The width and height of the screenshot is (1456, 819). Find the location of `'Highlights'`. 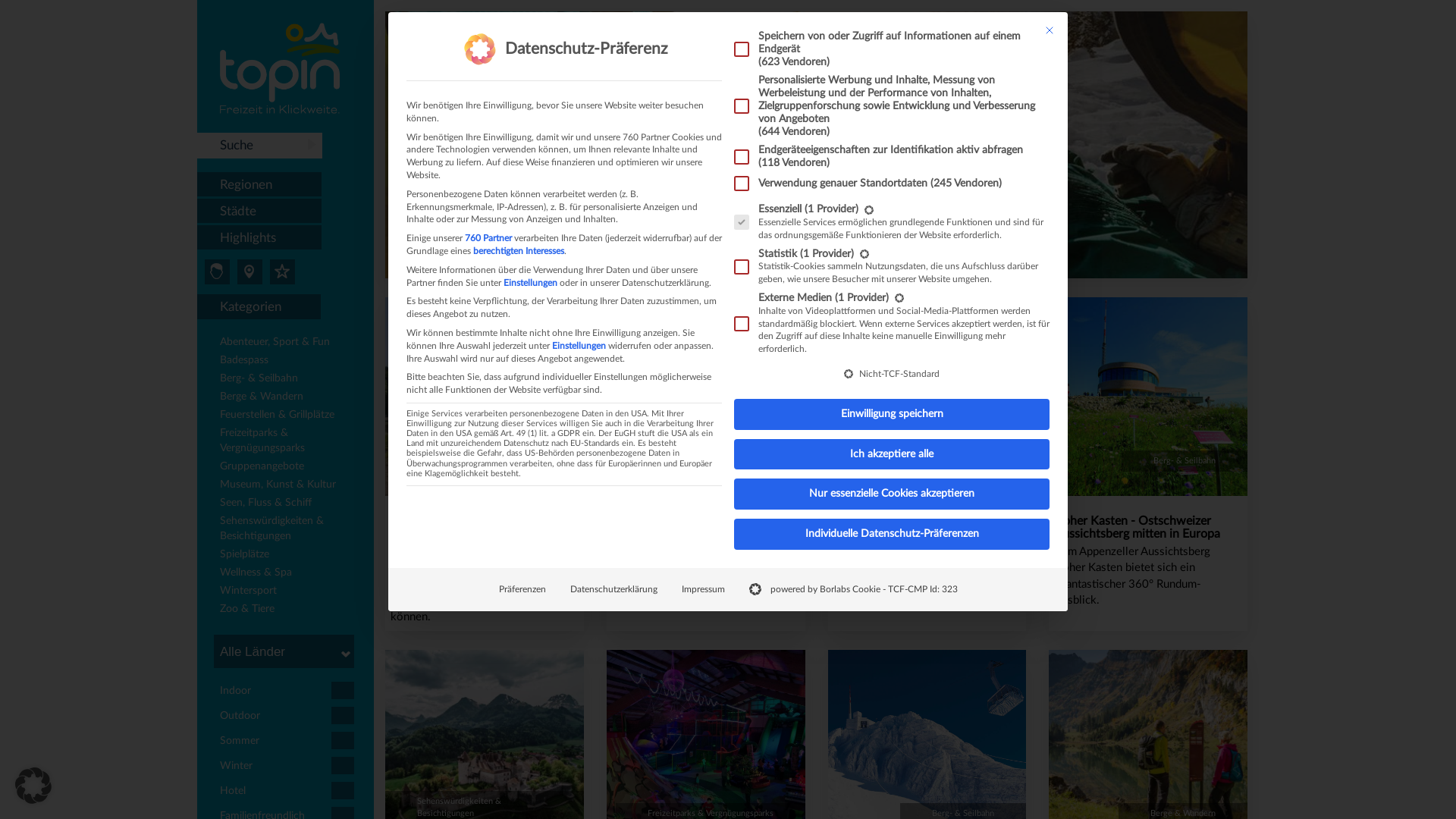

'Highlights' is located at coordinates (196, 237).